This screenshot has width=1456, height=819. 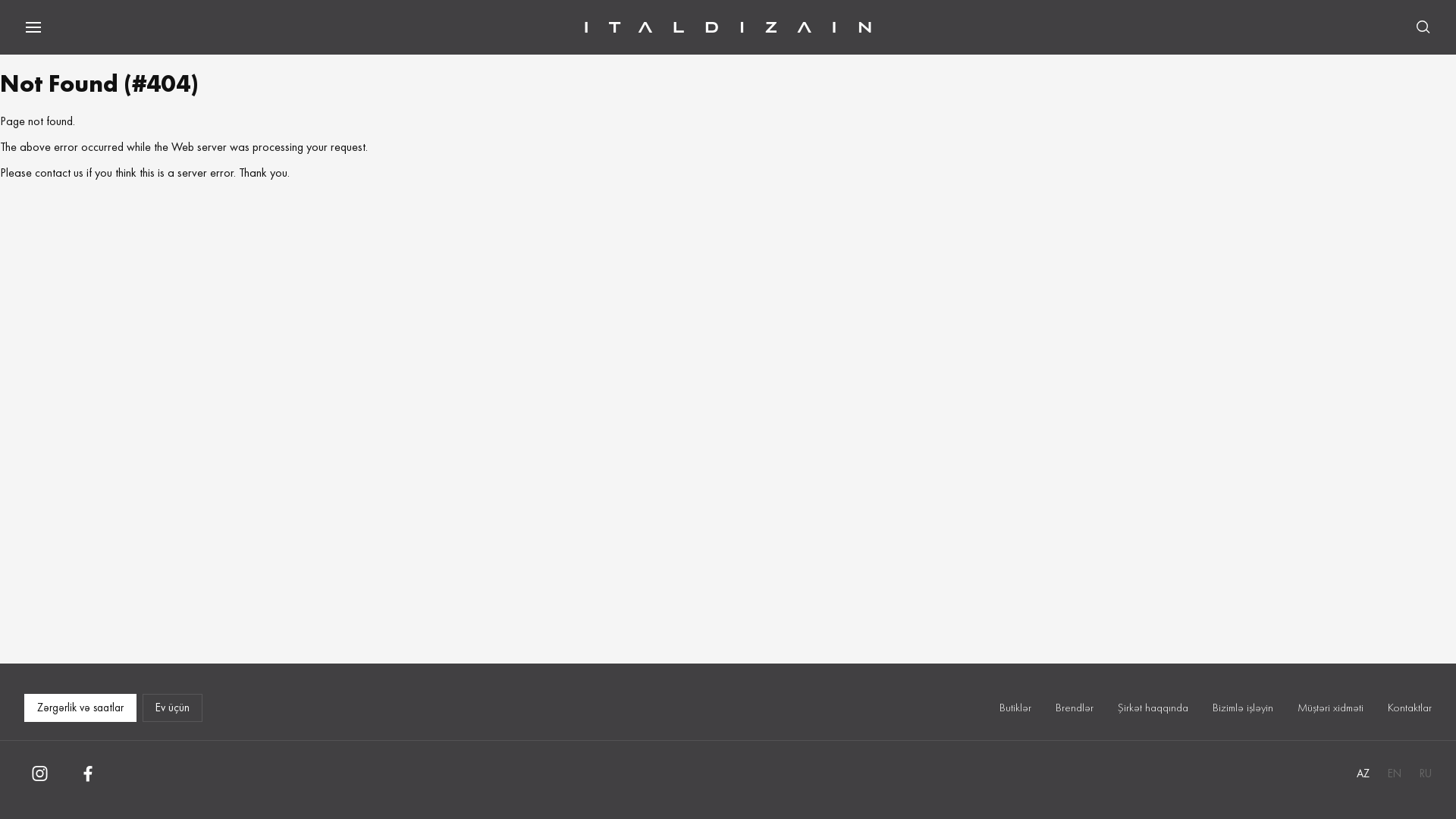 I want to click on 'AZ', so click(x=1363, y=773).